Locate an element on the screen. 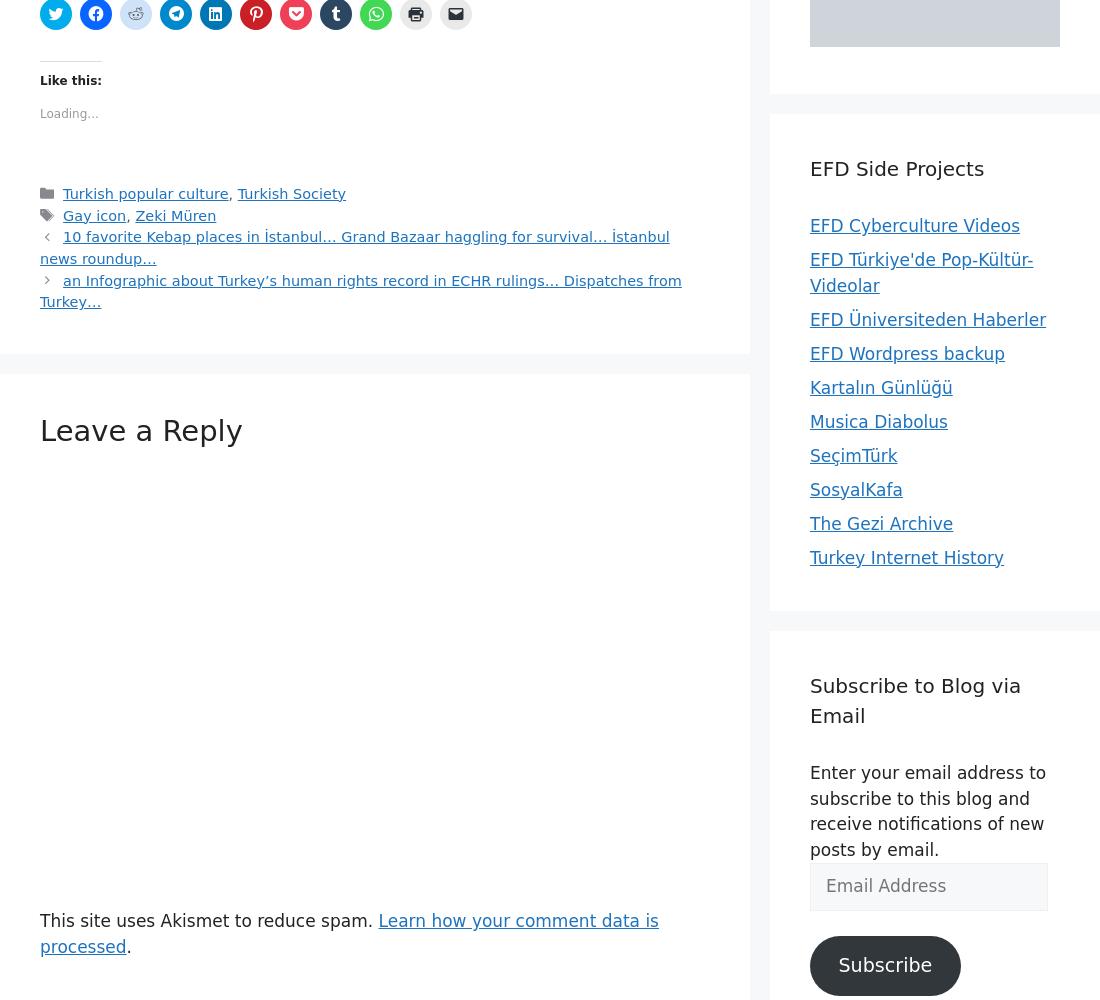 The height and width of the screenshot is (1000, 1100). 'Zeki Müren' is located at coordinates (174, 214).